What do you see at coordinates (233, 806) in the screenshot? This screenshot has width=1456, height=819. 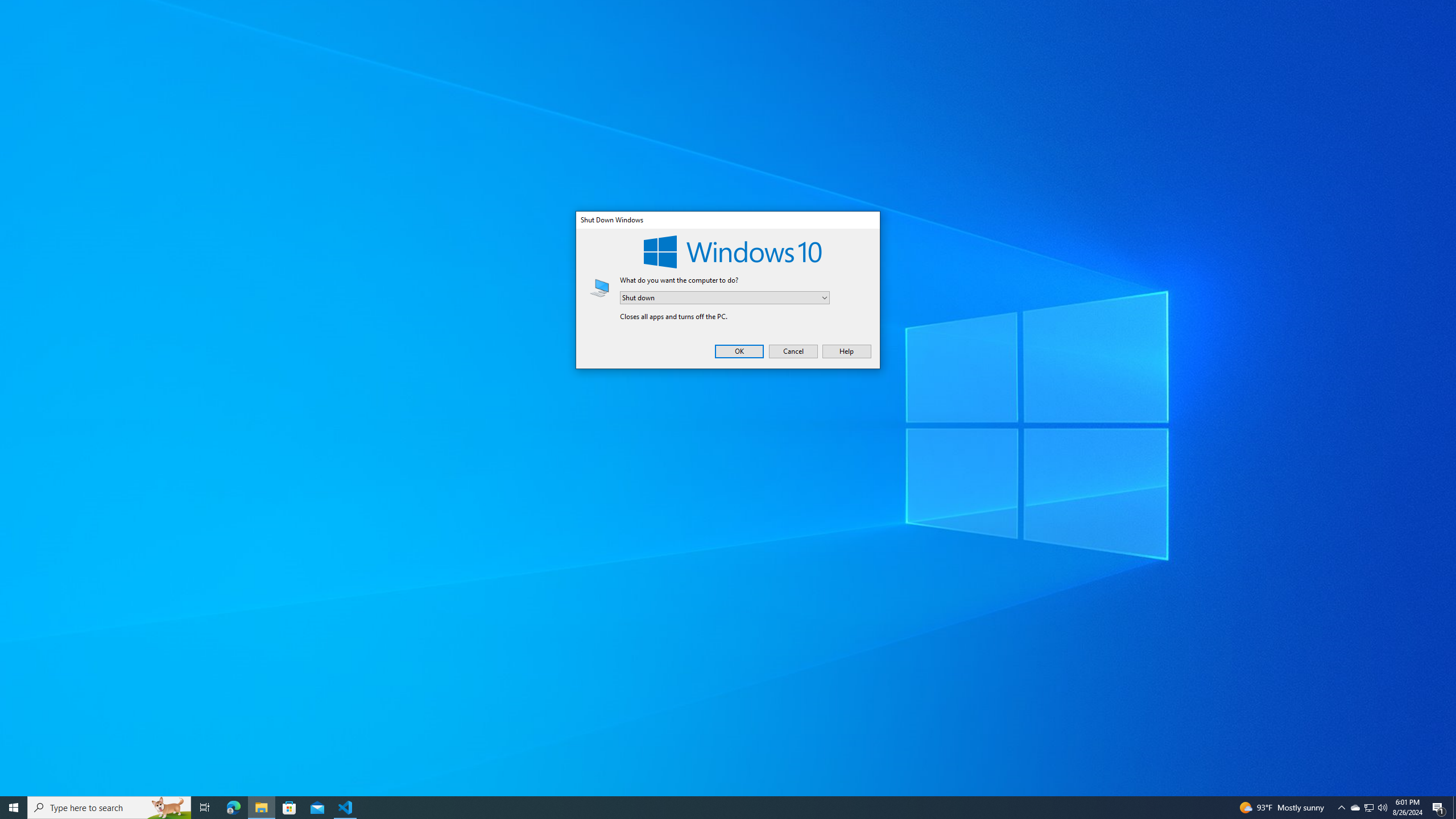 I see `'Search highlights icon opens search home window'` at bounding box center [233, 806].